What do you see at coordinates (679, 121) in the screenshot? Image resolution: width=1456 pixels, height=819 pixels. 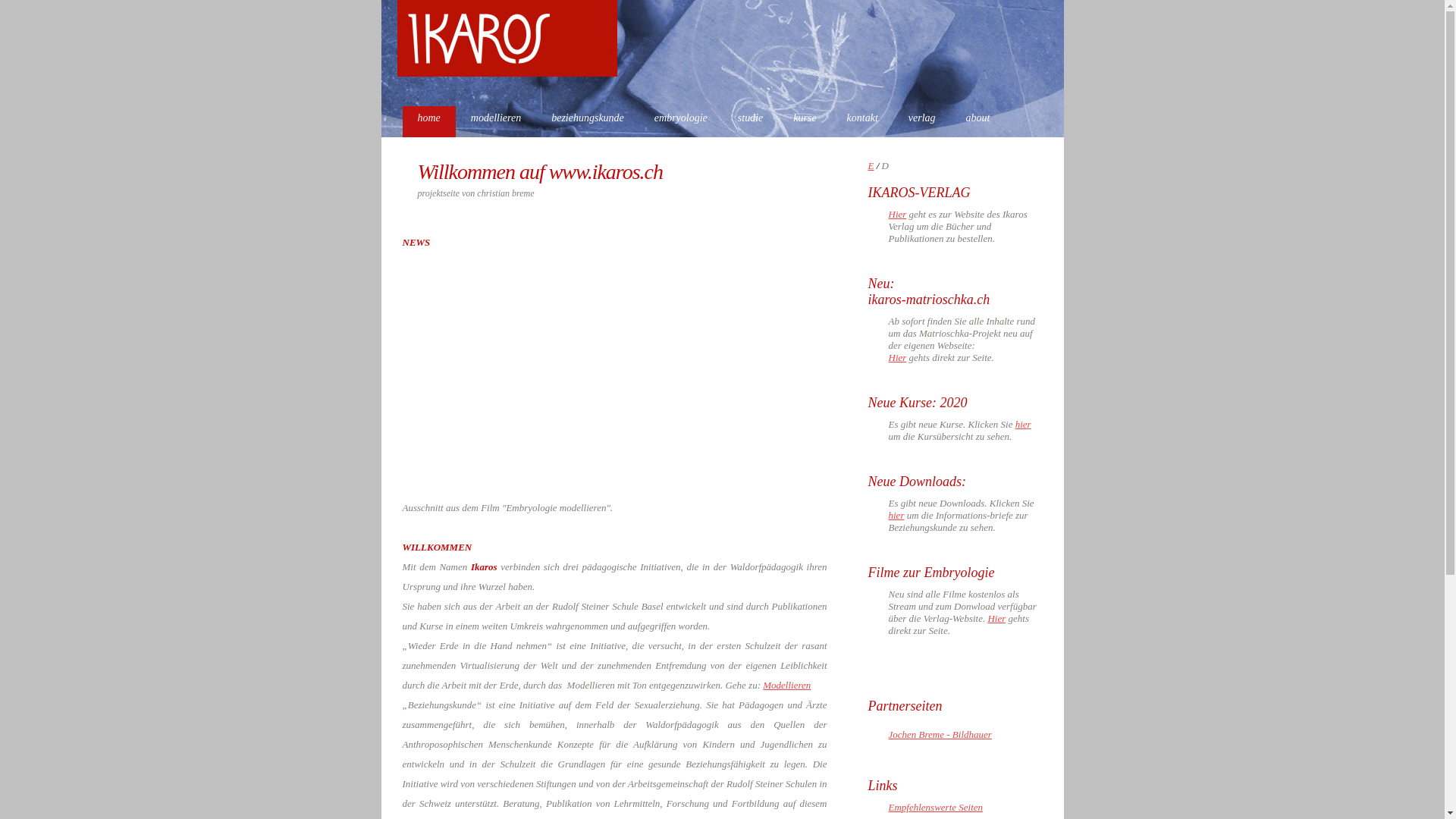 I see `'embryologie'` at bounding box center [679, 121].